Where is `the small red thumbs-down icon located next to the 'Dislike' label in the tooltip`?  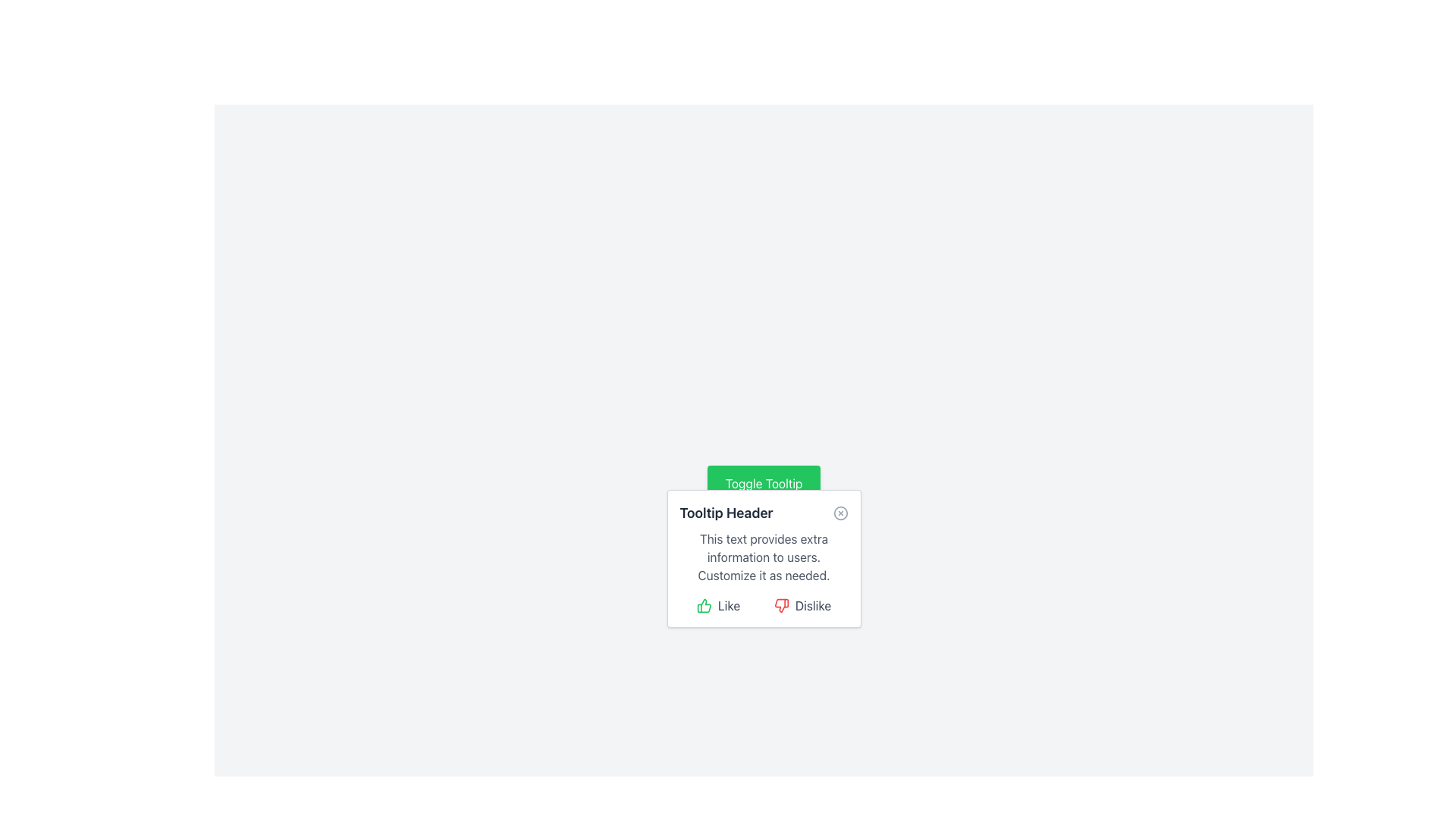
the small red thumbs-down icon located next to the 'Dislike' label in the tooltip is located at coordinates (781, 604).